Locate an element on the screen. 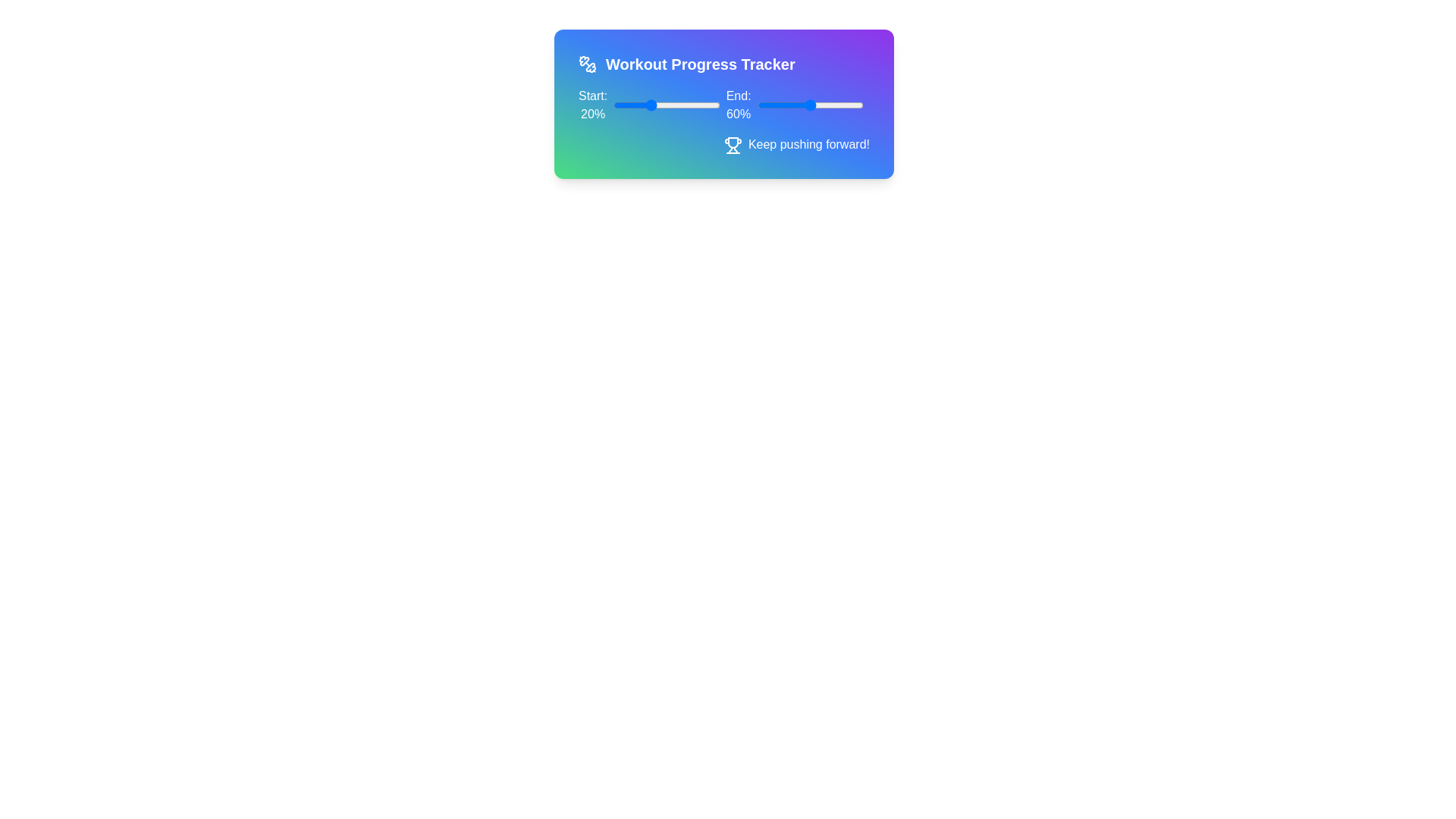 This screenshot has width=1456, height=819. the dumbbell-shaped icon located to the left of the 'Workout Progress Tracker' text in the header section is located at coordinates (586, 63).